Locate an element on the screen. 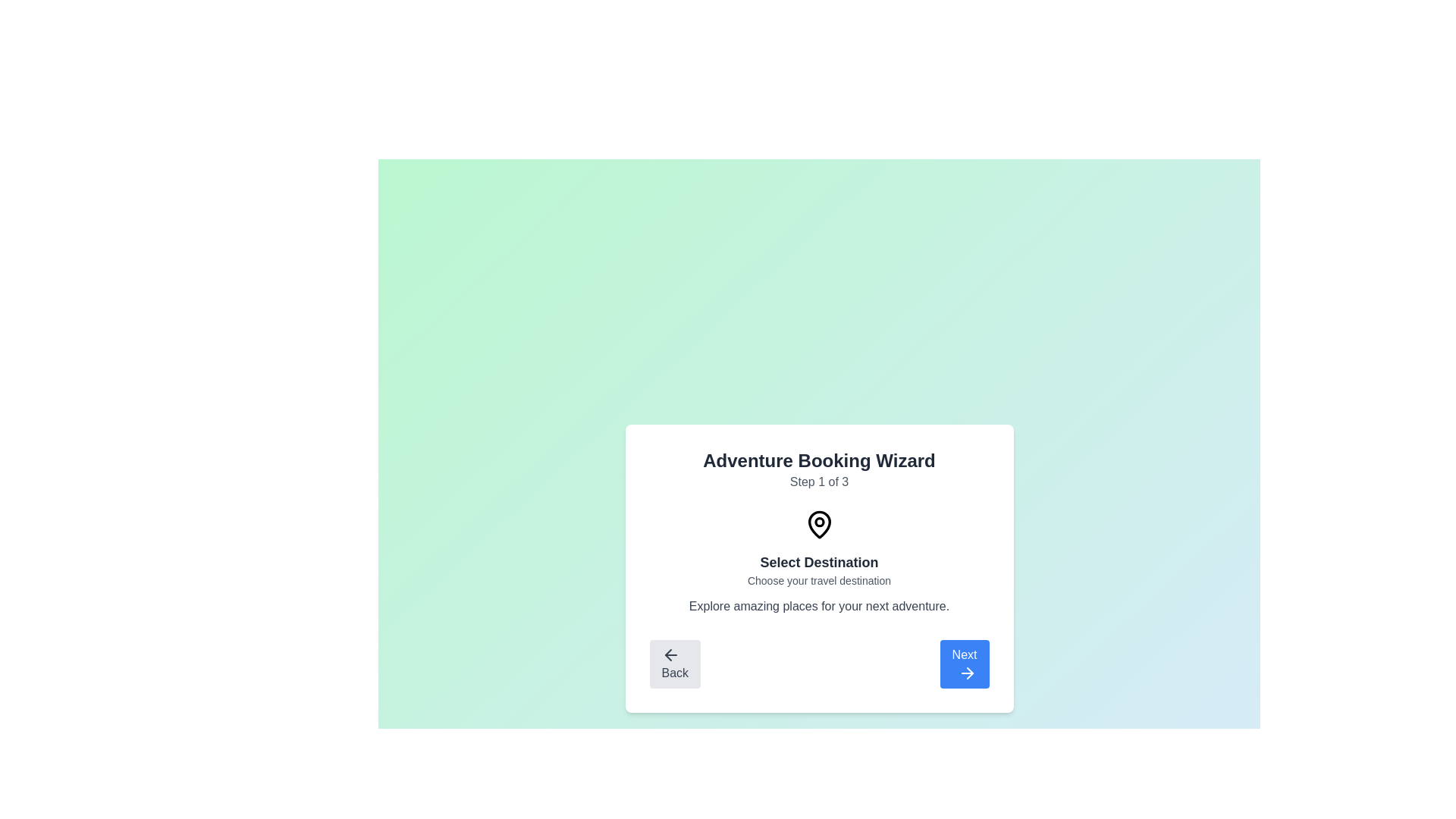  the Text Label displaying 'Step 1 of 3', which is styled with a gray font and located beneath the 'Adventure Booking Wizard' header is located at coordinates (818, 482).